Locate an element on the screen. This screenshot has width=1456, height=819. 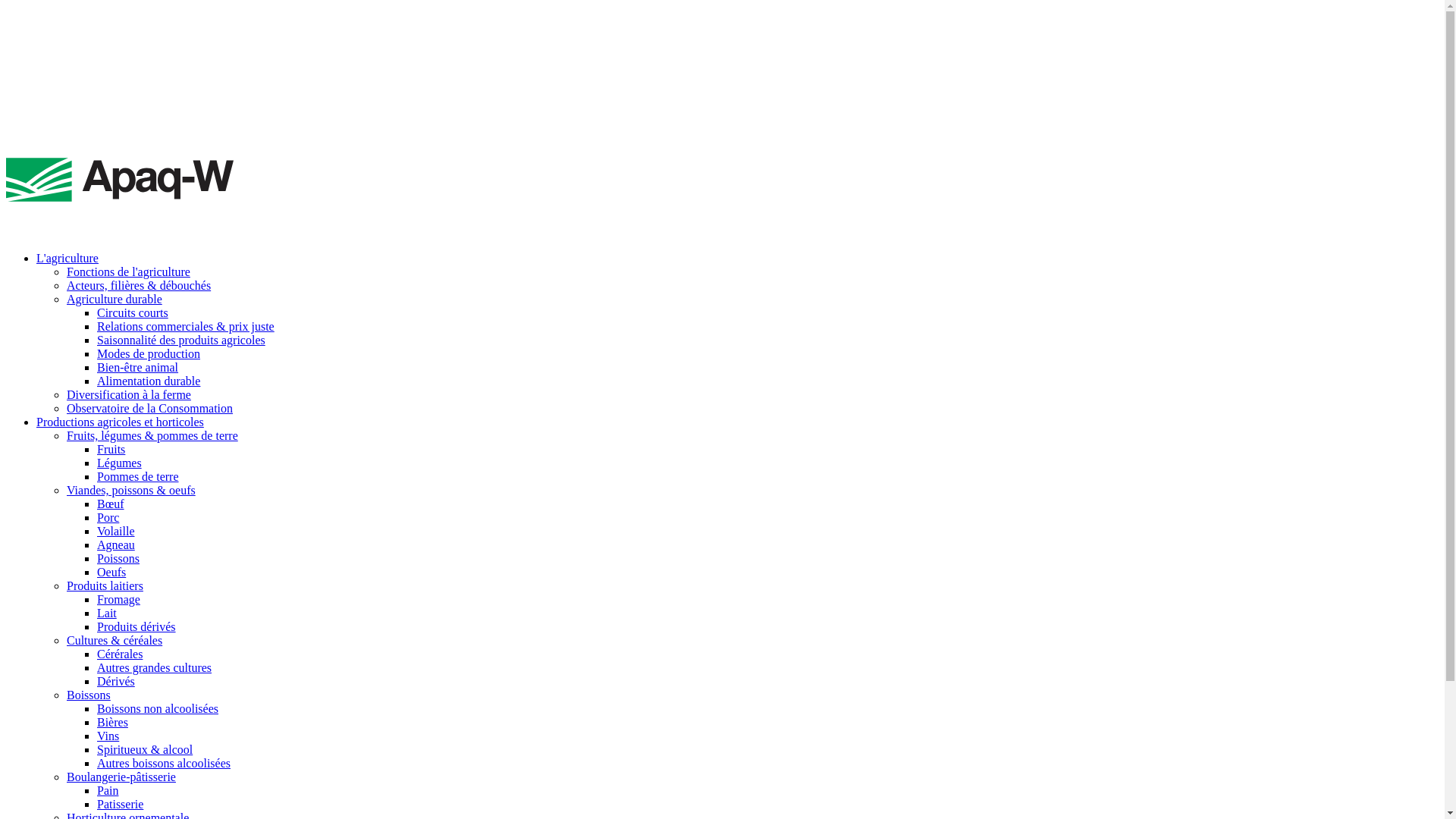
'Pommes de terre' is located at coordinates (138, 475).